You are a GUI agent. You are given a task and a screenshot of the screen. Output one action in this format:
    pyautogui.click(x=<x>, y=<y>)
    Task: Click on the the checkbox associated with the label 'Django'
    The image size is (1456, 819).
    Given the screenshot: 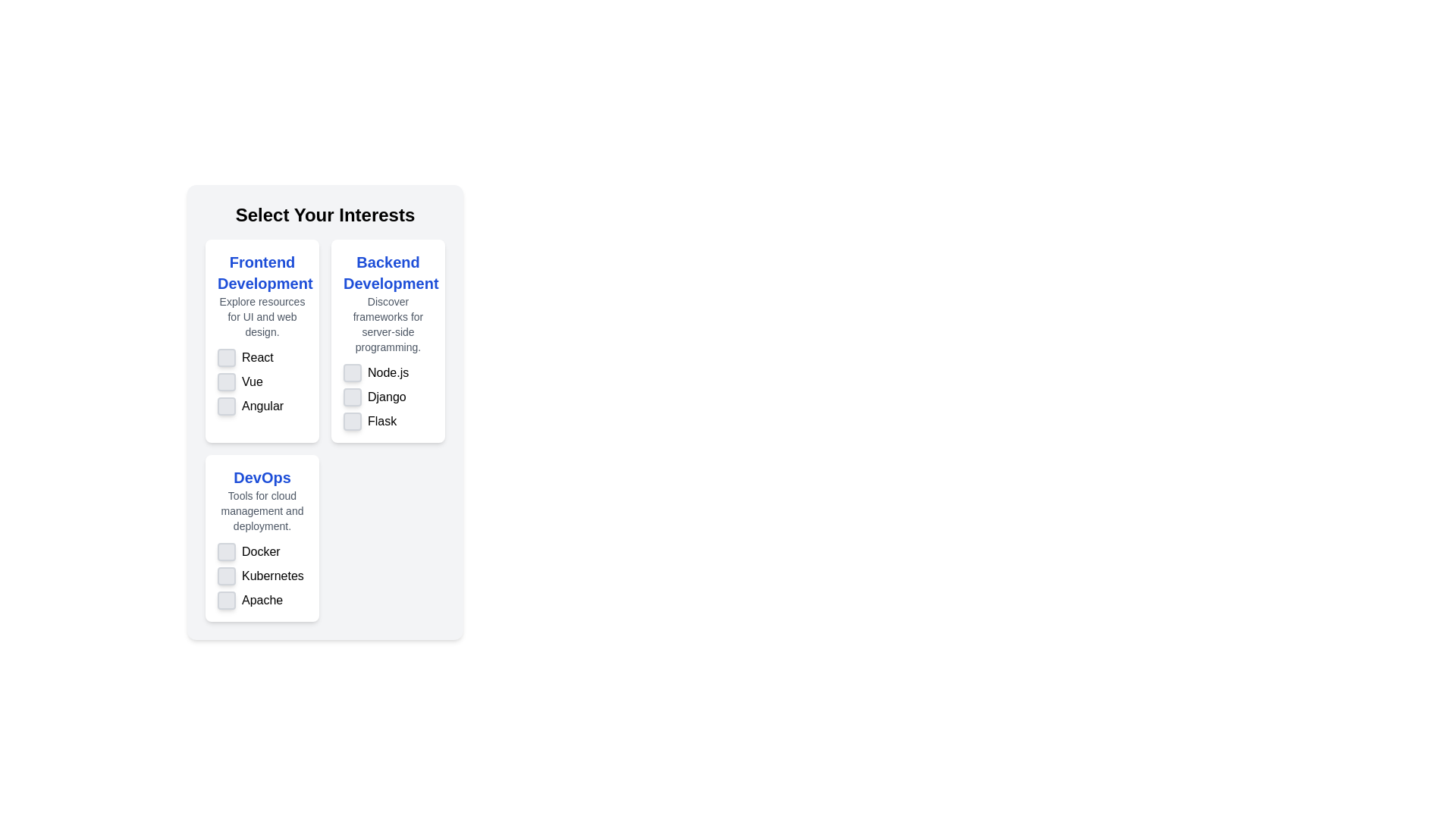 What is the action you would take?
    pyautogui.click(x=388, y=397)
    